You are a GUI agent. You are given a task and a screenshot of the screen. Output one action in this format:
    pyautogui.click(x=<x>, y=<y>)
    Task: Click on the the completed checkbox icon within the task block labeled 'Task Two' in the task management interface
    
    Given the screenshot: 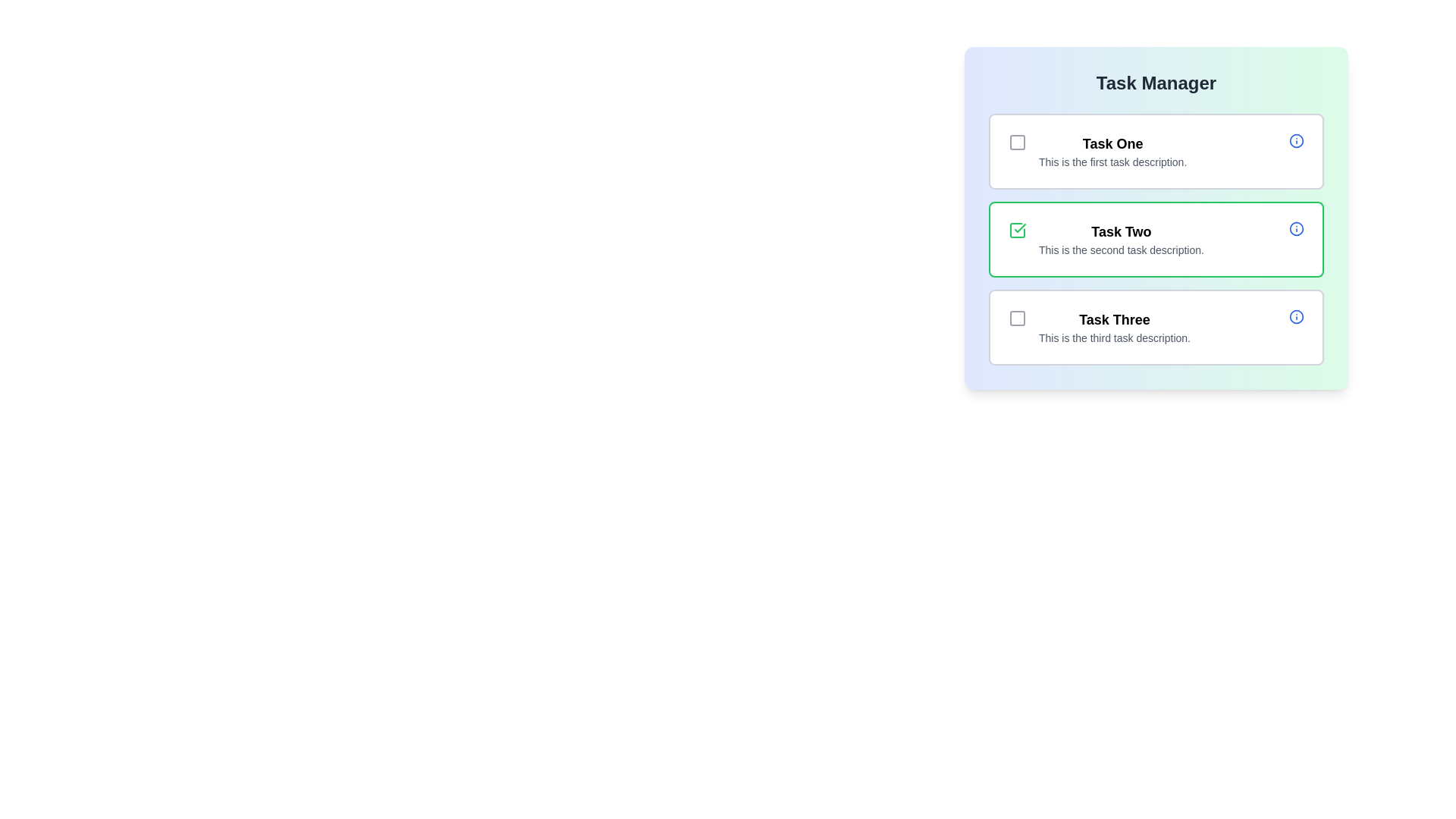 What is the action you would take?
    pyautogui.click(x=1018, y=231)
    